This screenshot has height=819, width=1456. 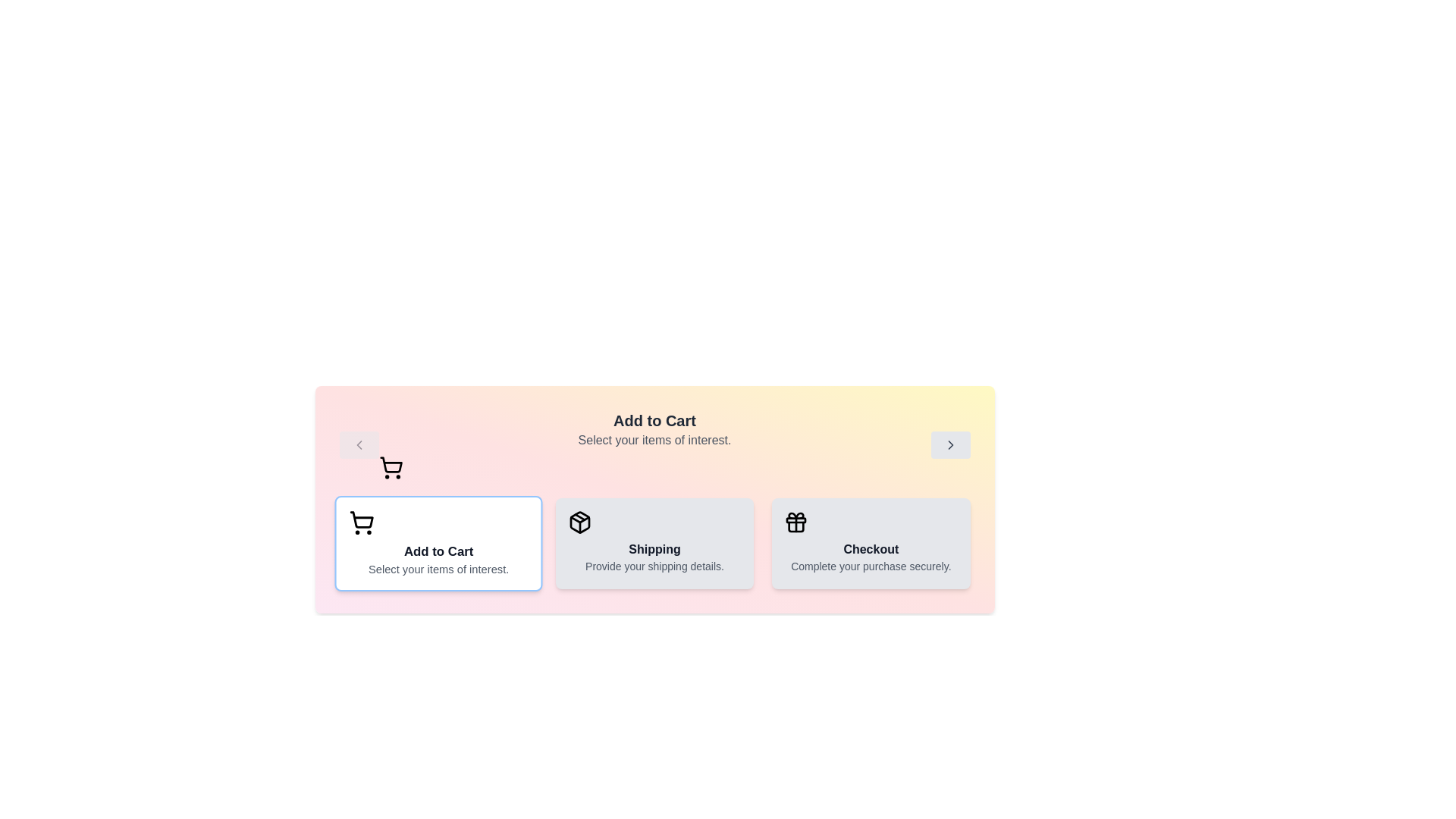 I want to click on information presented in the 'Shipping' informational box, which contains the title 'Shipping' and subtitle 'Provide your shipping details.', so click(x=654, y=543).